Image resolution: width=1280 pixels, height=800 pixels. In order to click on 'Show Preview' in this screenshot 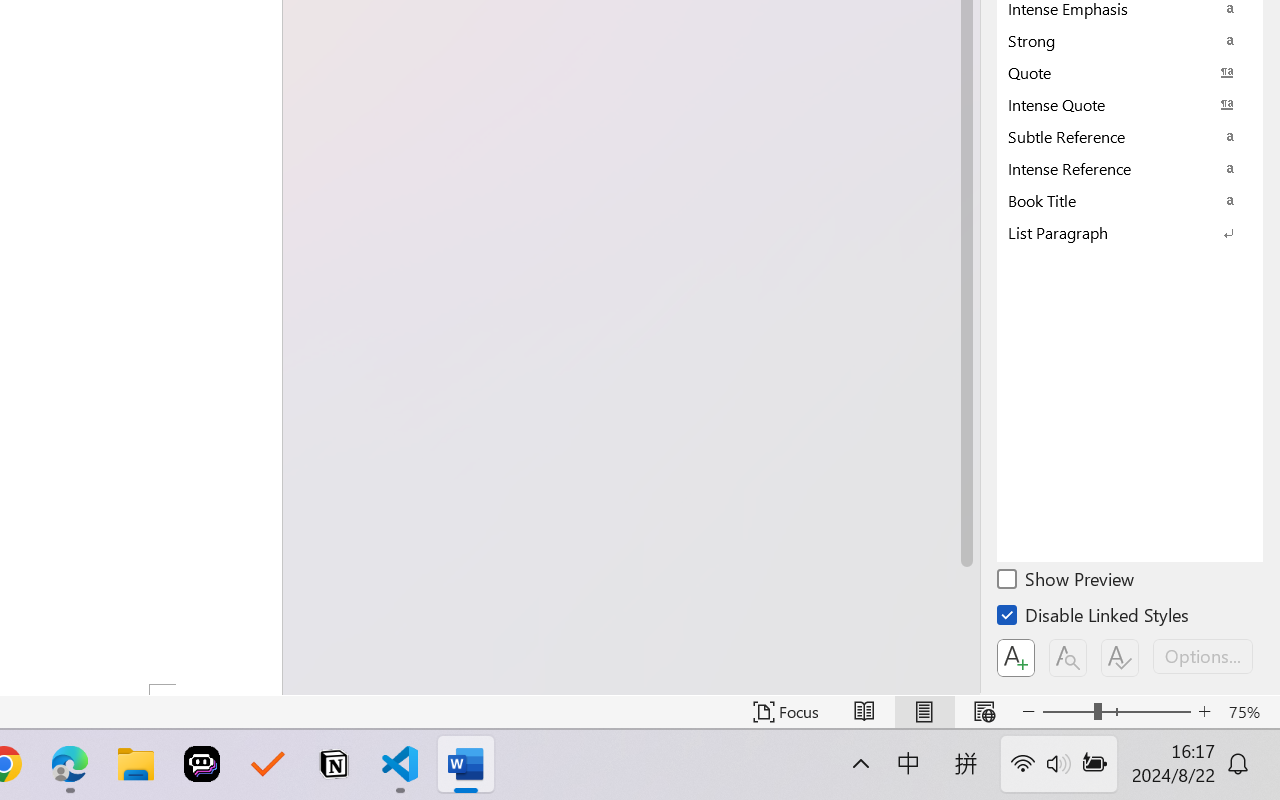, I will do `click(1066, 581)`.